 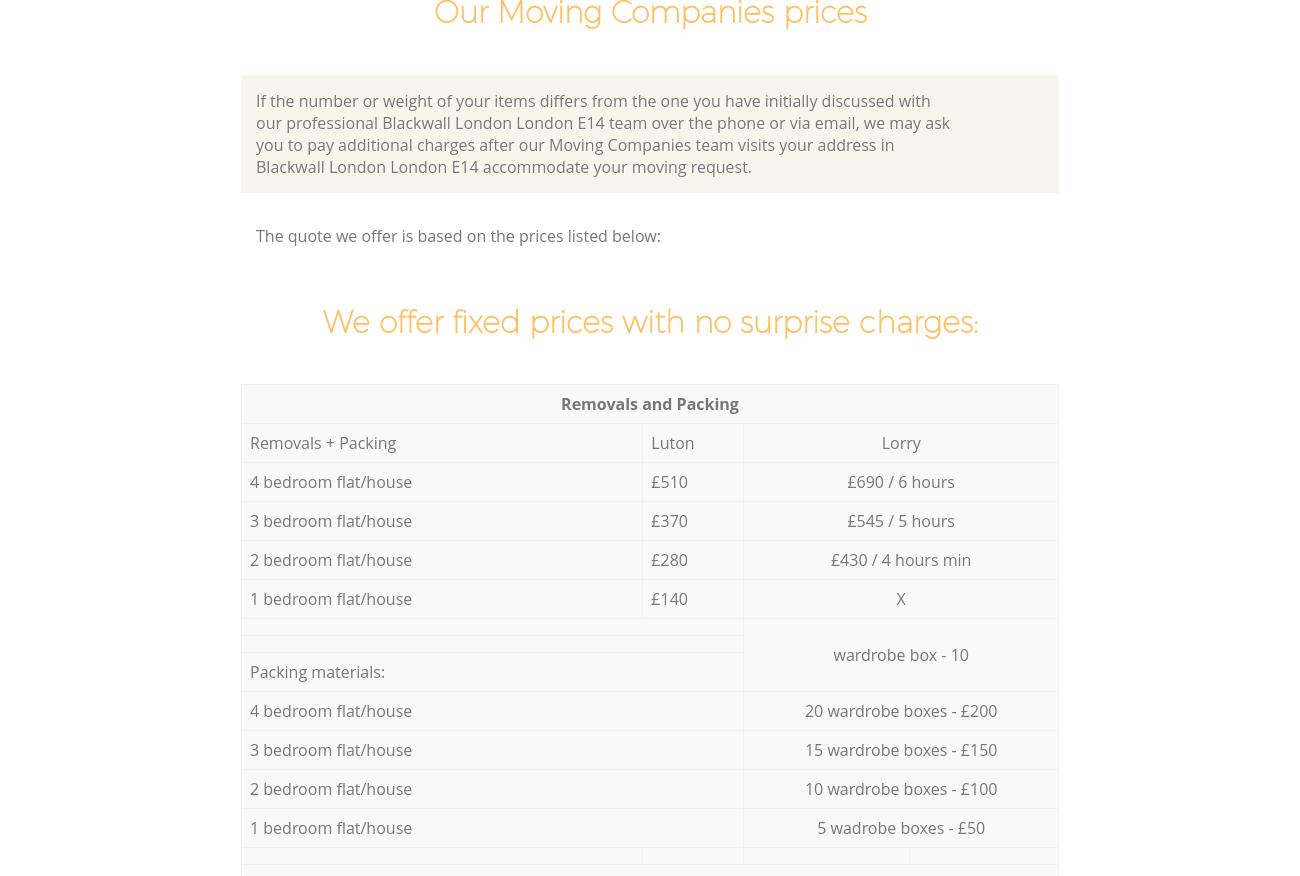 I want to click on '£370', so click(x=650, y=520).